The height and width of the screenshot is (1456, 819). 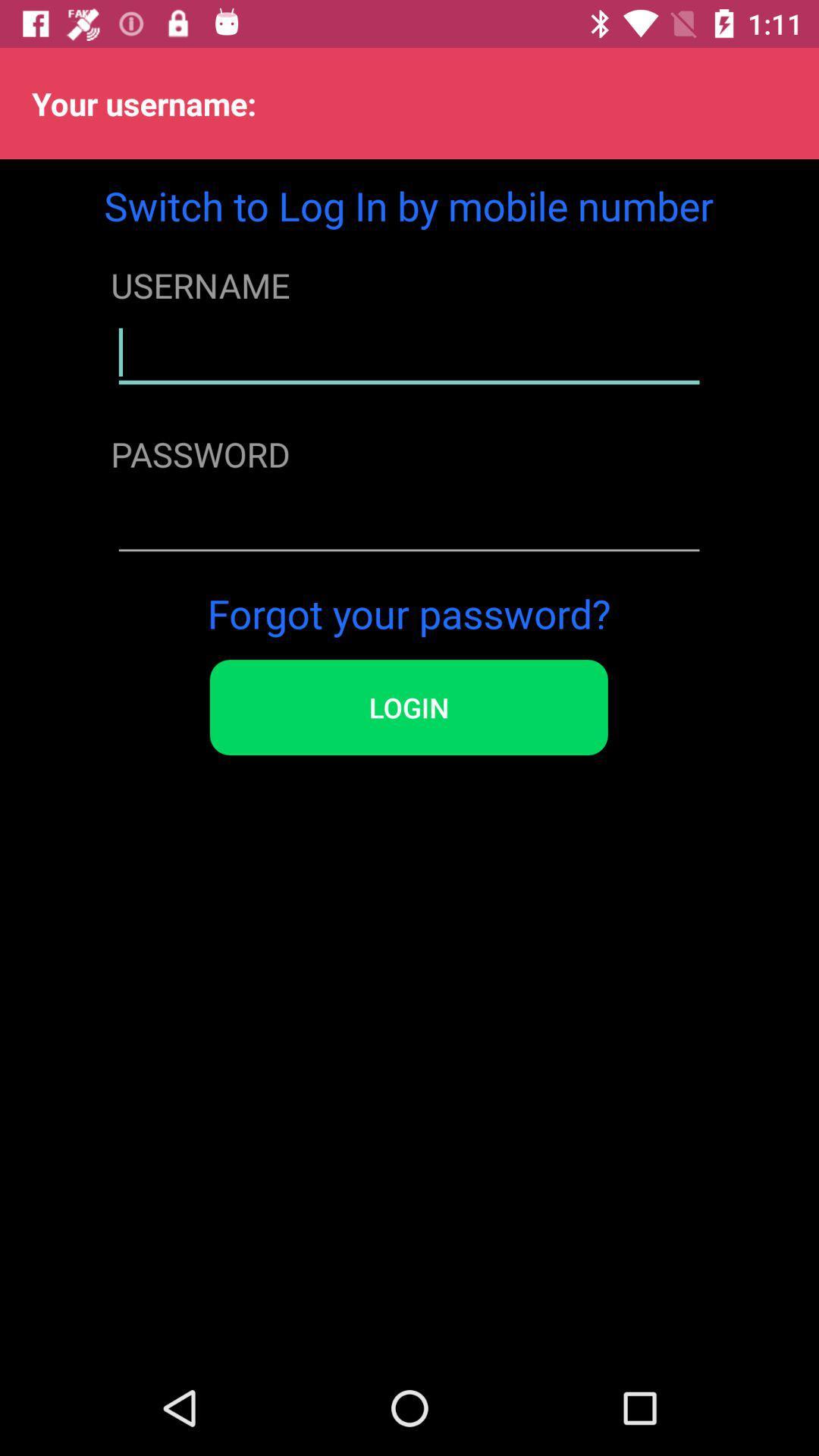 What do you see at coordinates (408, 706) in the screenshot?
I see `item below forgot your password? item` at bounding box center [408, 706].